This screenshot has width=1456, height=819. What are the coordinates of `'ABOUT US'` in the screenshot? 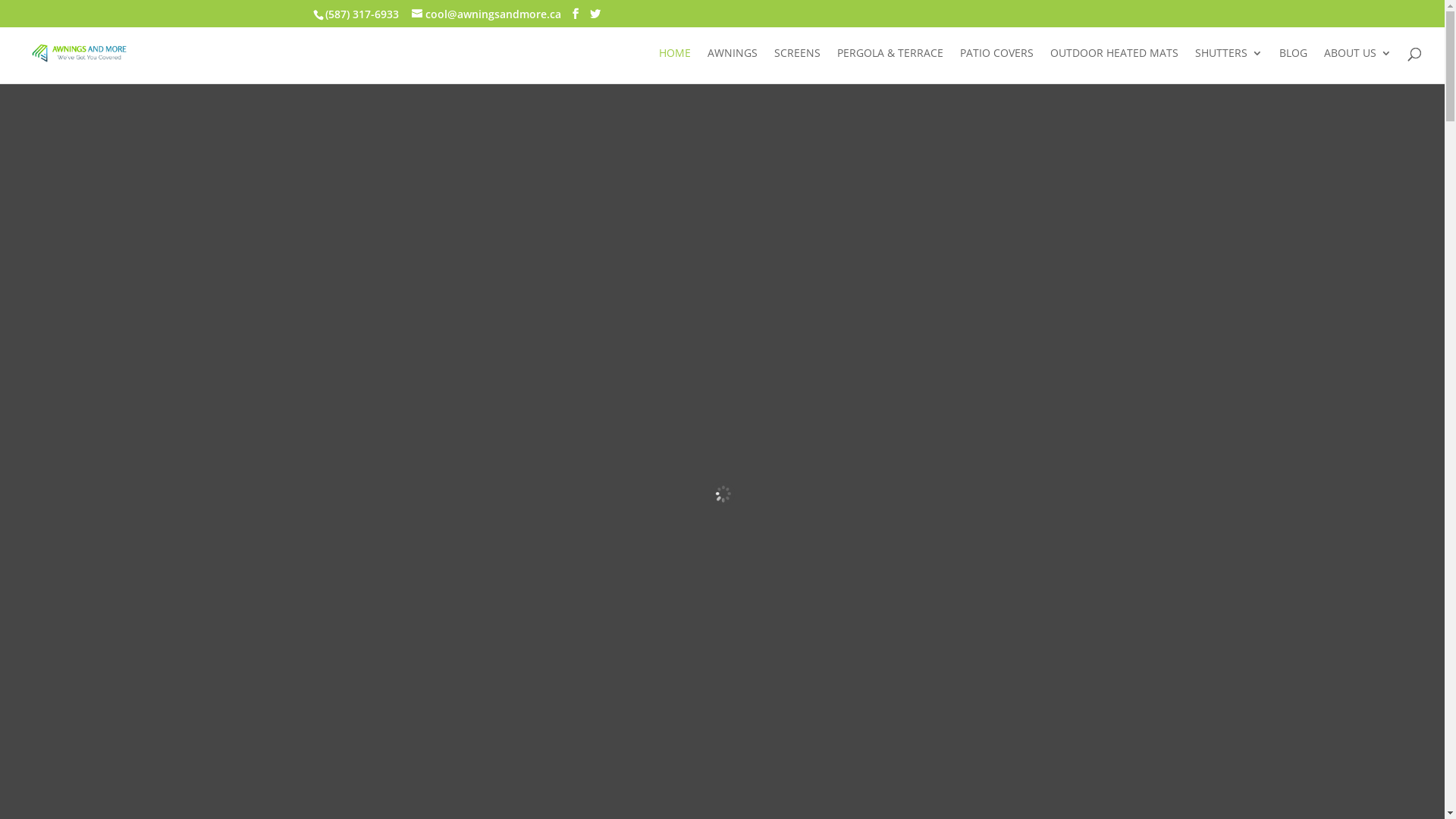 It's located at (1323, 64).